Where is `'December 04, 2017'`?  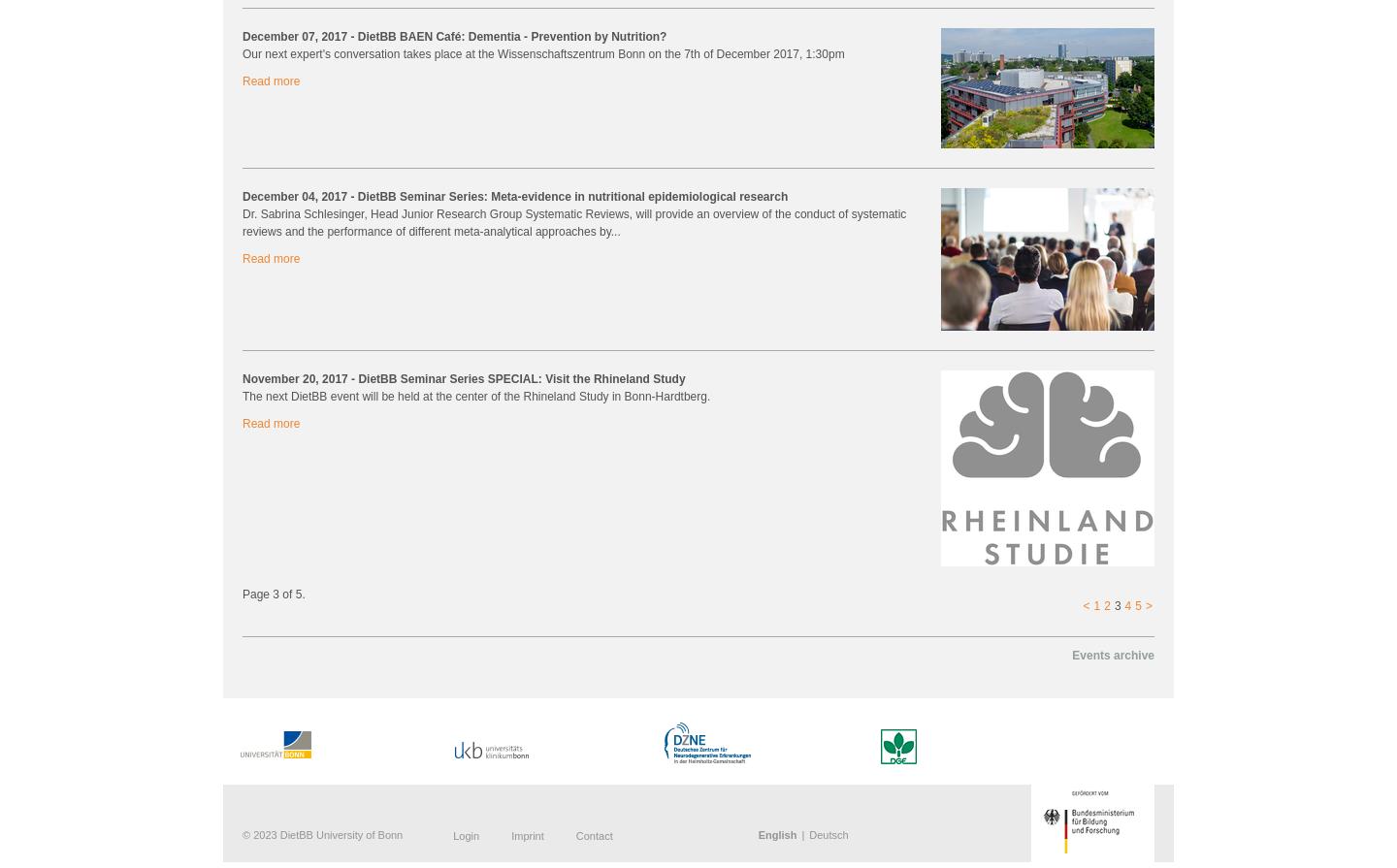 'December 04, 2017' is located at coordinates (296, 196).